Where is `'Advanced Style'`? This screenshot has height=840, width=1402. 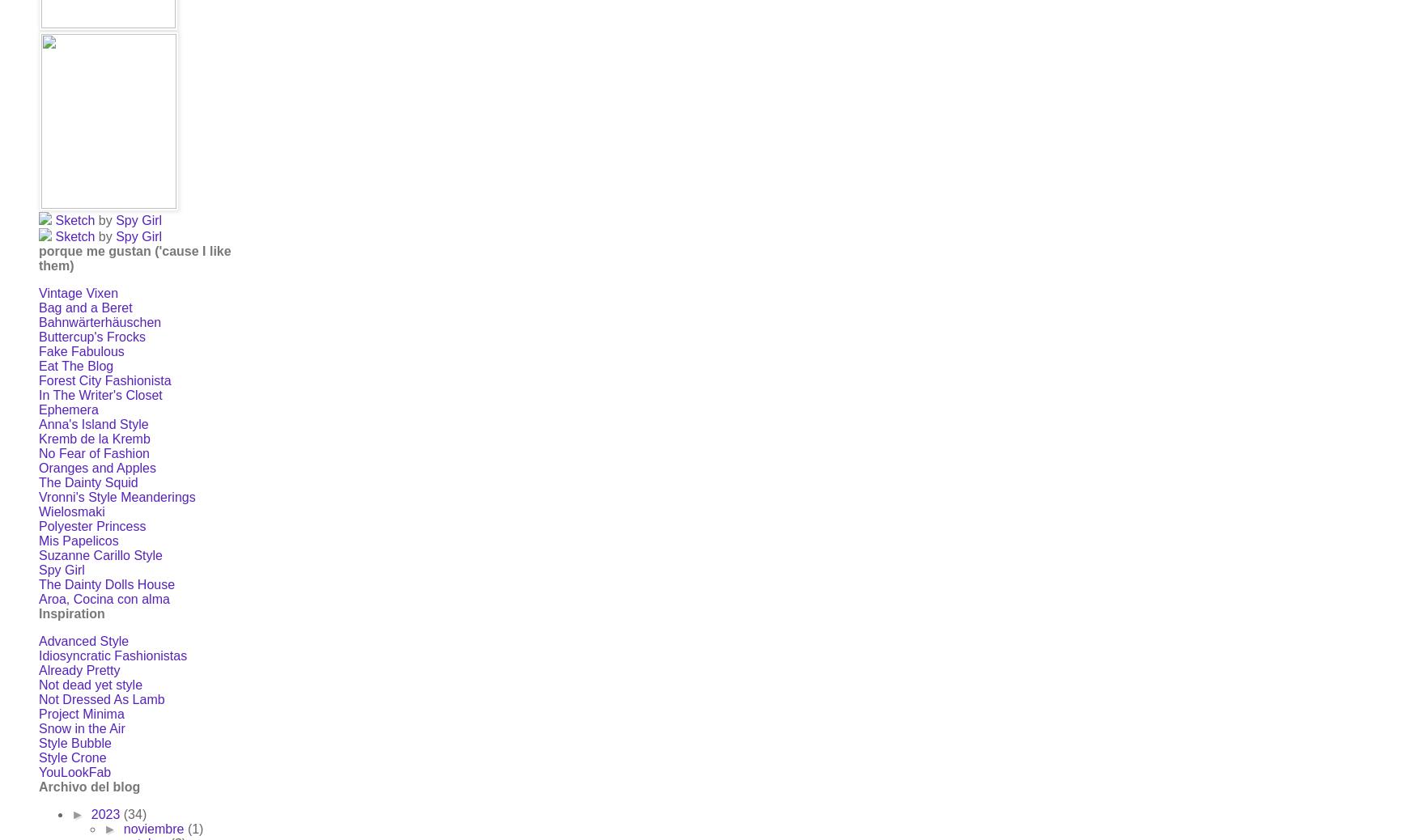
'Advanced Style' is located at coordinates (83, 640).